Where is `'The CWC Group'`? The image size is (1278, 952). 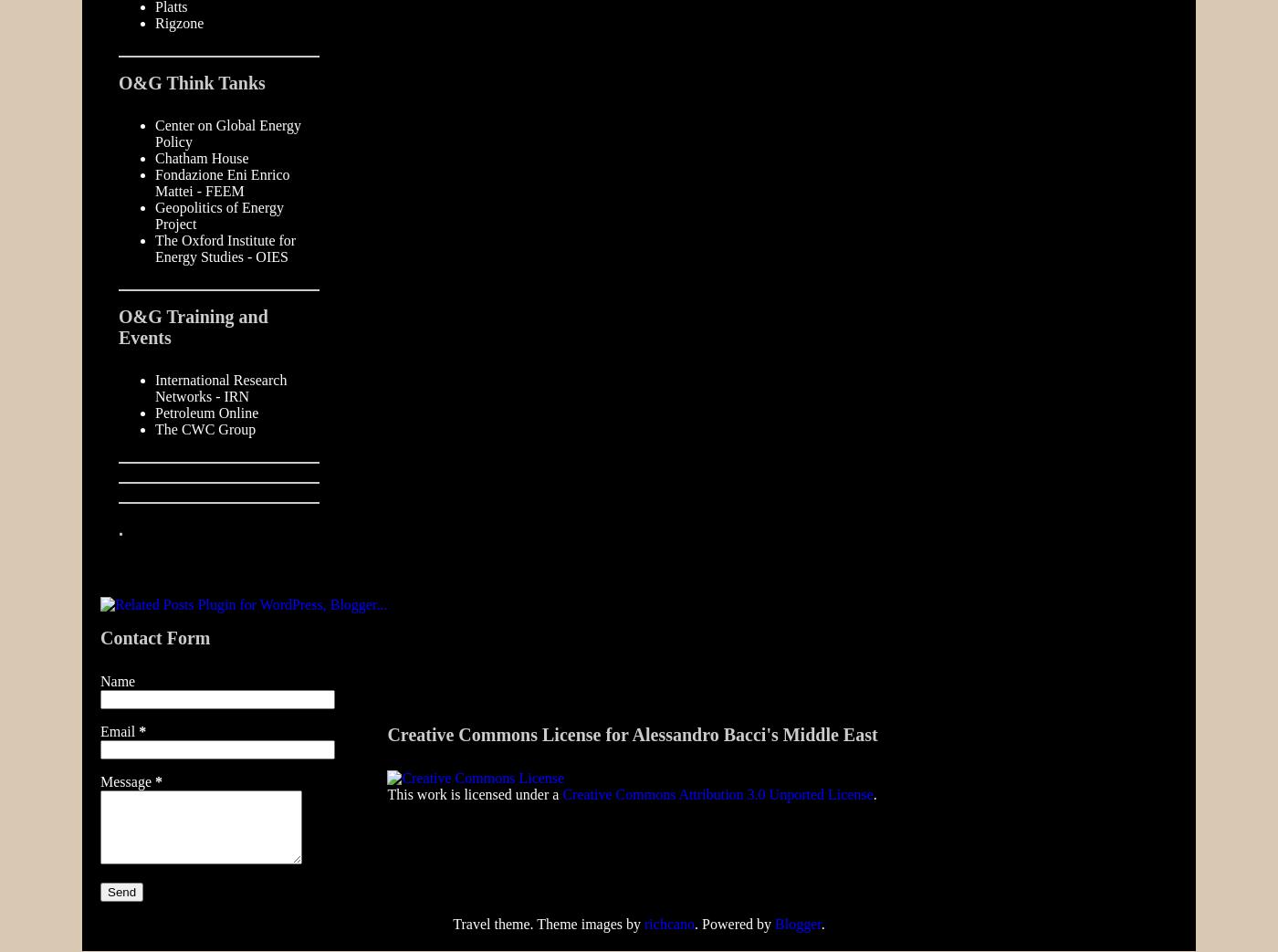
'The CWC Group' is located at coordinates (204, 428).